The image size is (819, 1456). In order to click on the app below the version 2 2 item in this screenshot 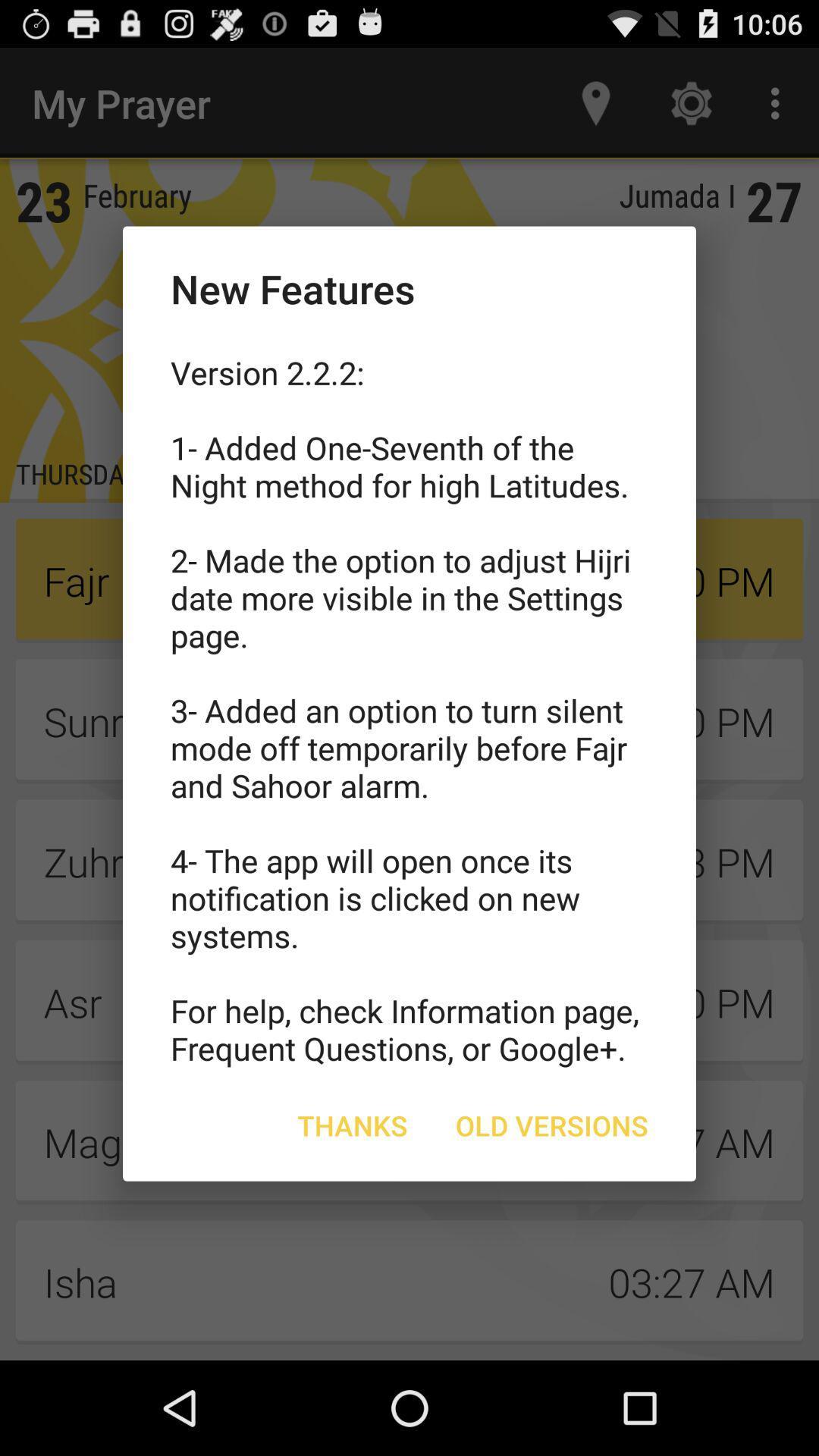, I will do `click(551, 1125)`.